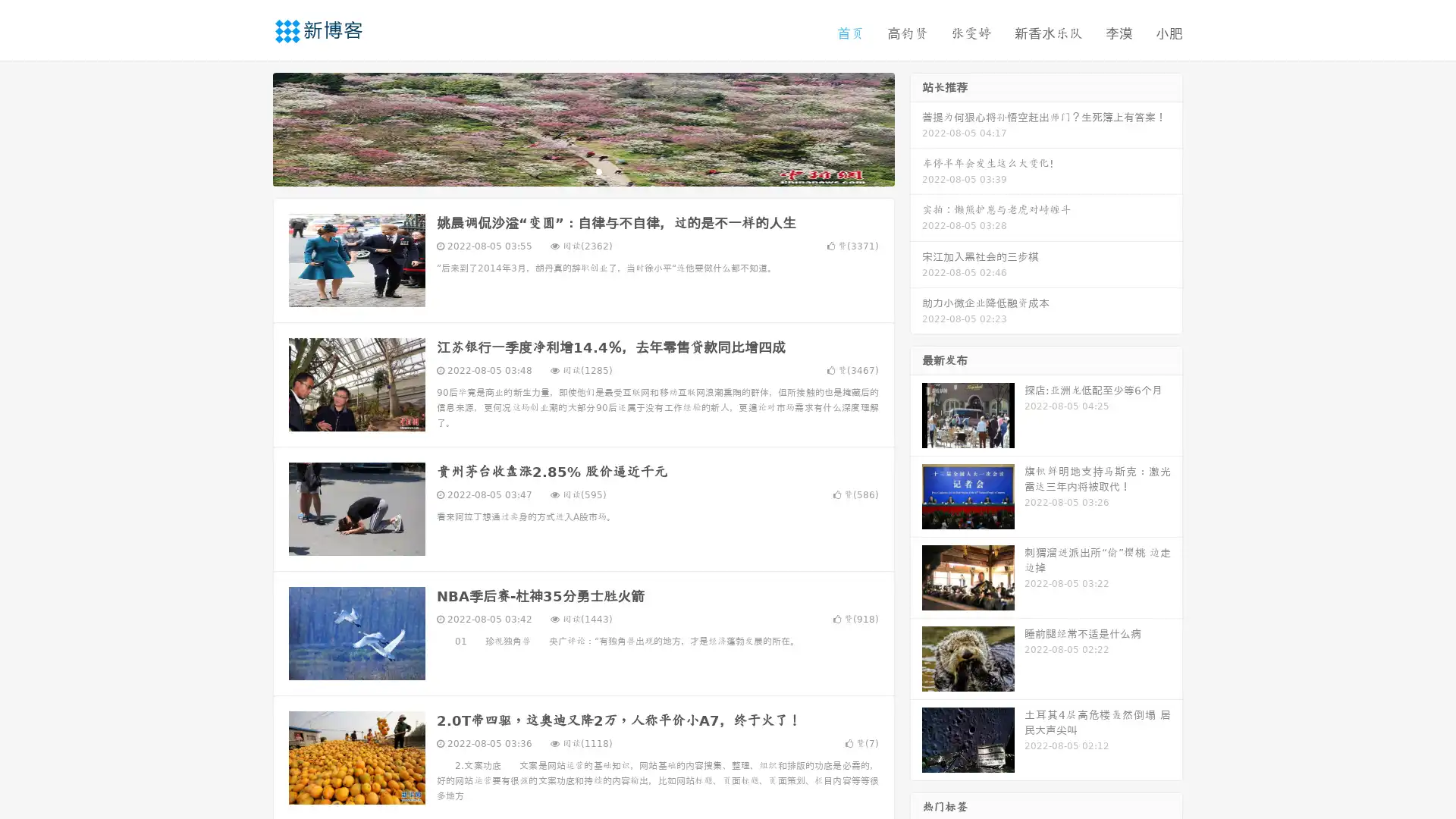 The height and width of the screenshot is (819, 1456). Describe the element at coordinates (582, 171) in the screenshot. I see `Go to slide 2` at that location.